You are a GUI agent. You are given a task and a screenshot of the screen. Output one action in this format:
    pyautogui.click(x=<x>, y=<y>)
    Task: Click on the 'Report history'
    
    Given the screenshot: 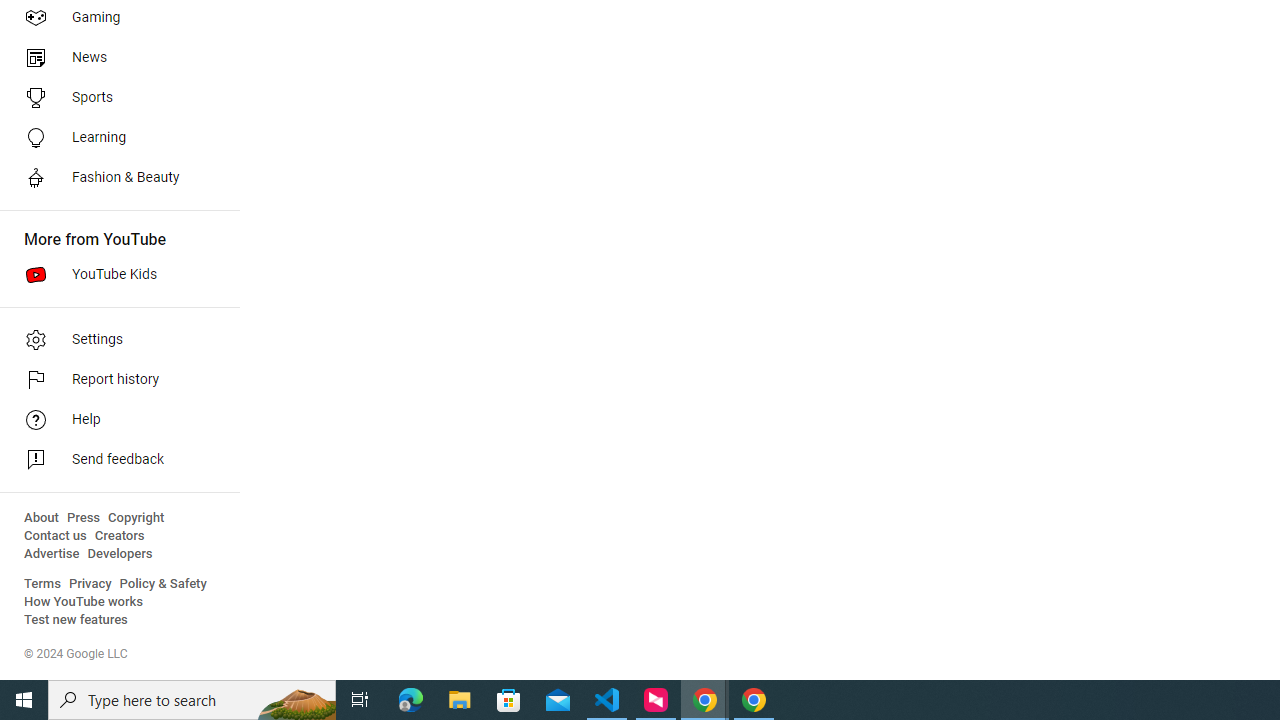 What is the action you would take?
    pyautogui.click(x=112, y=380)
    